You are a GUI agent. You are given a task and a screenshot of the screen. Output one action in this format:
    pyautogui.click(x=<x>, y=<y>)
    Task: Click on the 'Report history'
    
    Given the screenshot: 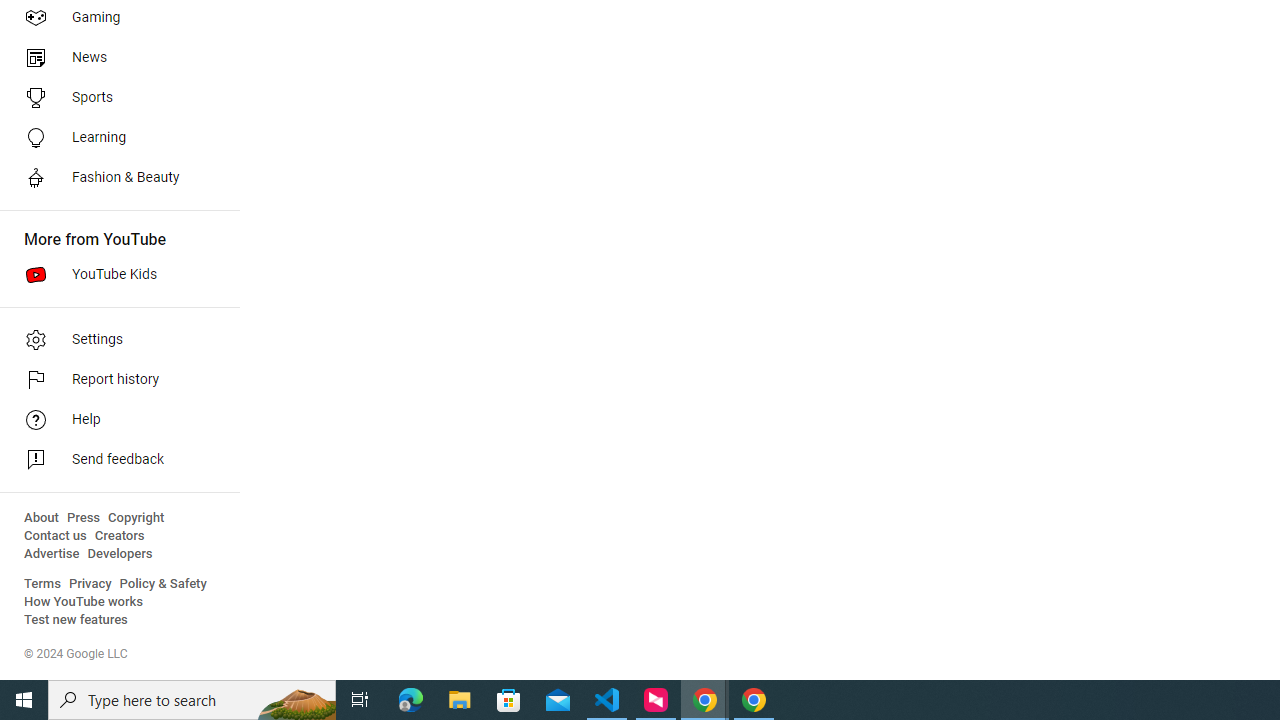 What is the action you would take?
    pyautogui.click(x=112, y=380)
    